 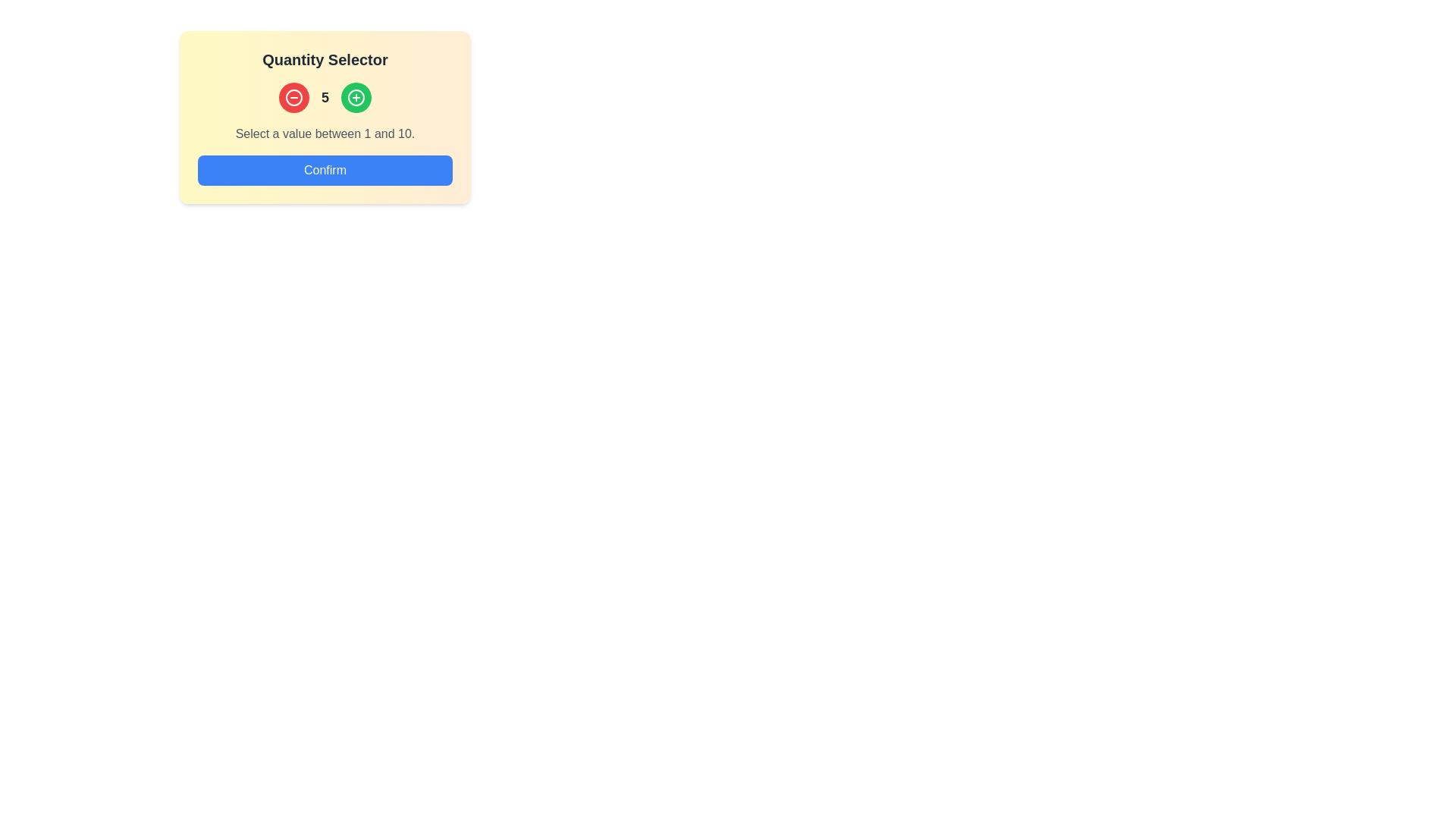 What do you see at coordinates (324, 97) in the screenshot?
I see `the text label displaying the number '5', which is styled in a bold font and dark gray color, located centrally between a red button on the left and a green button on the right` at bounding box center [324, 97].